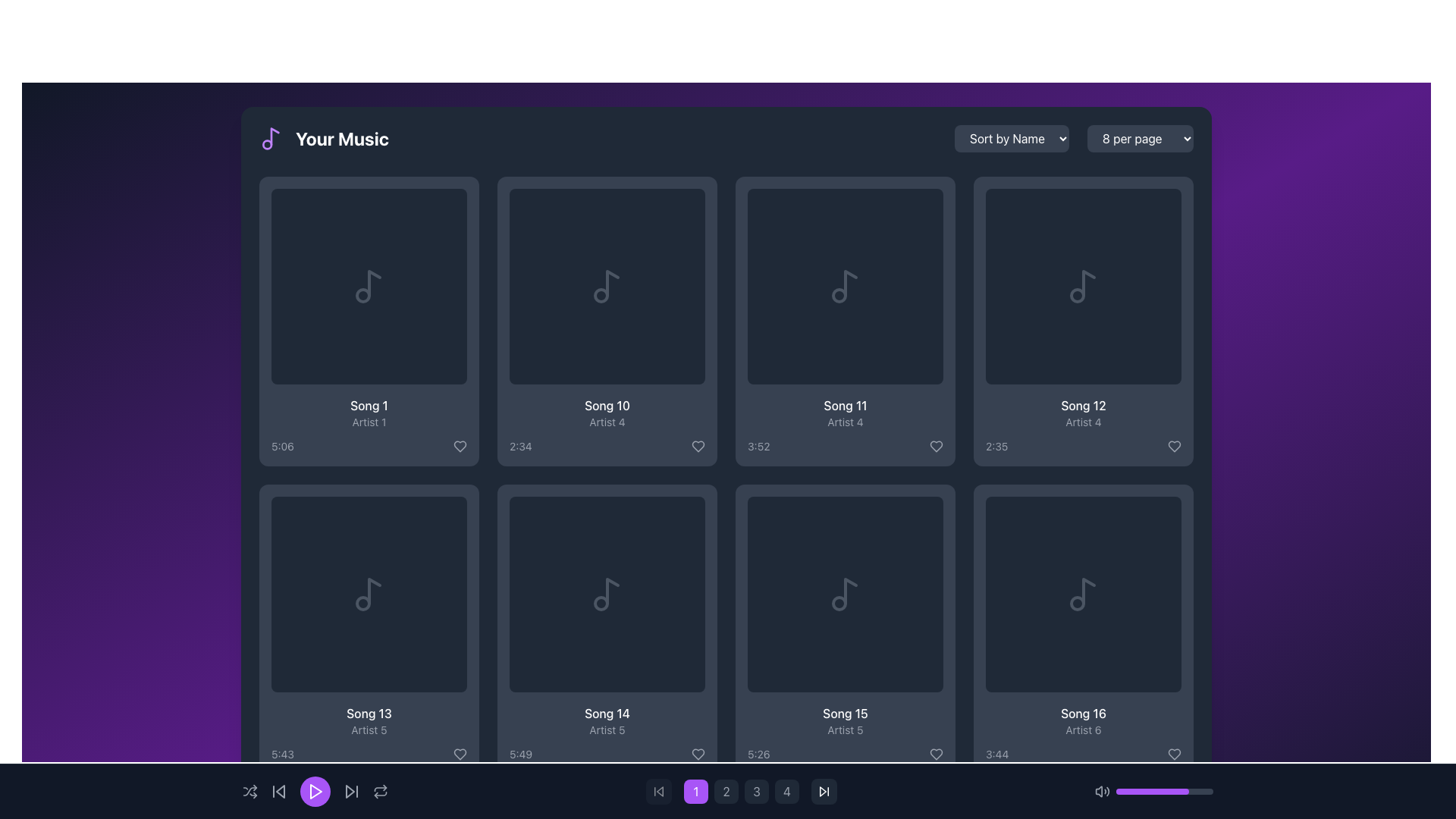  What do you see at coordinates (369, 422) in the screenshot?
I see `the text label displaying 'Artist 1', which is styled with a smaller gray font and positioned beneath 'Song 1' and above '5:06'` at bounding box center [369, 422].